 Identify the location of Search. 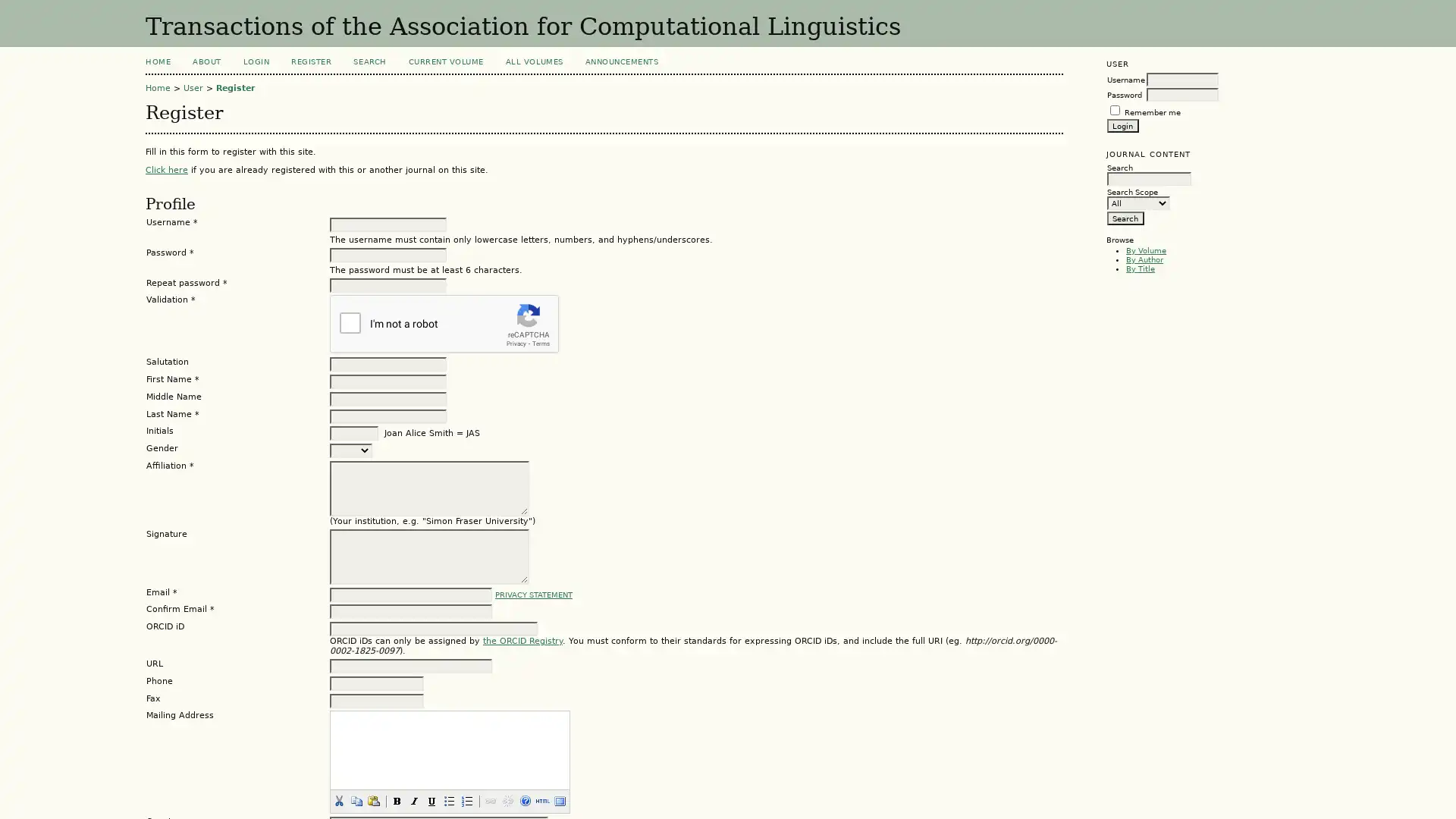
(1125, 217).